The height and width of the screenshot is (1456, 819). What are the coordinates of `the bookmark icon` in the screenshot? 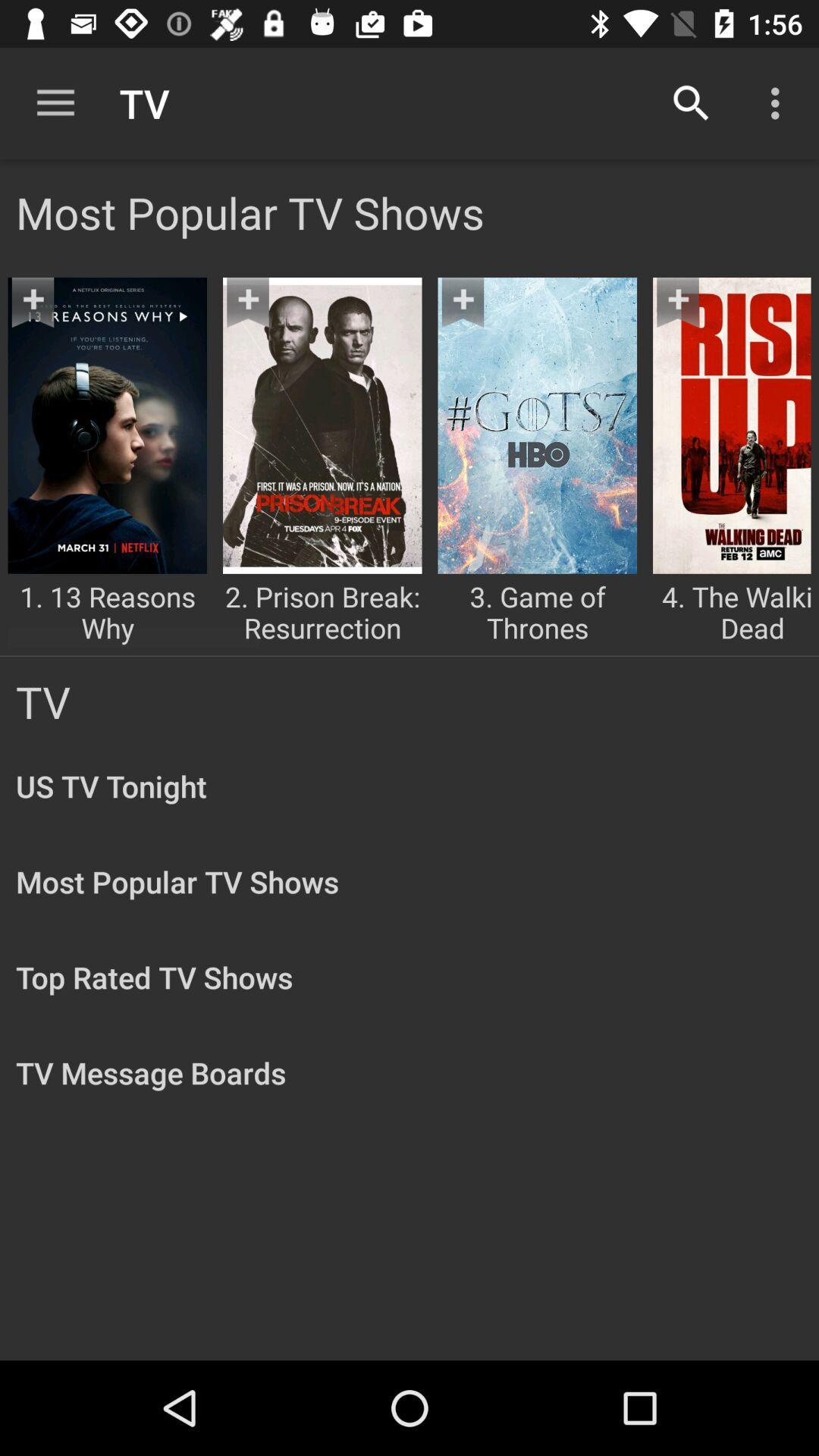 It's located at (476, 316).